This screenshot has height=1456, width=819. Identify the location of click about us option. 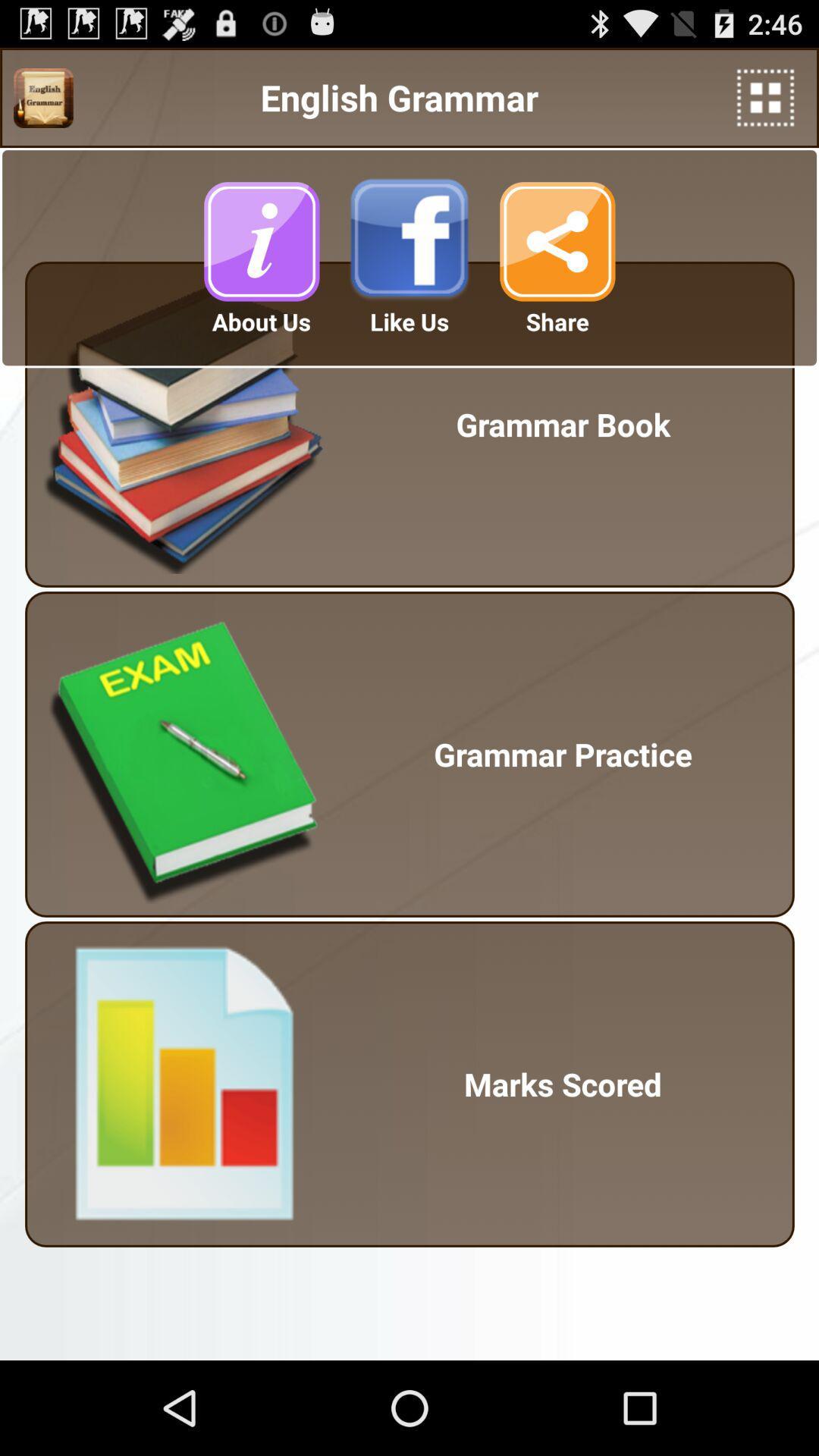
(260, 240).